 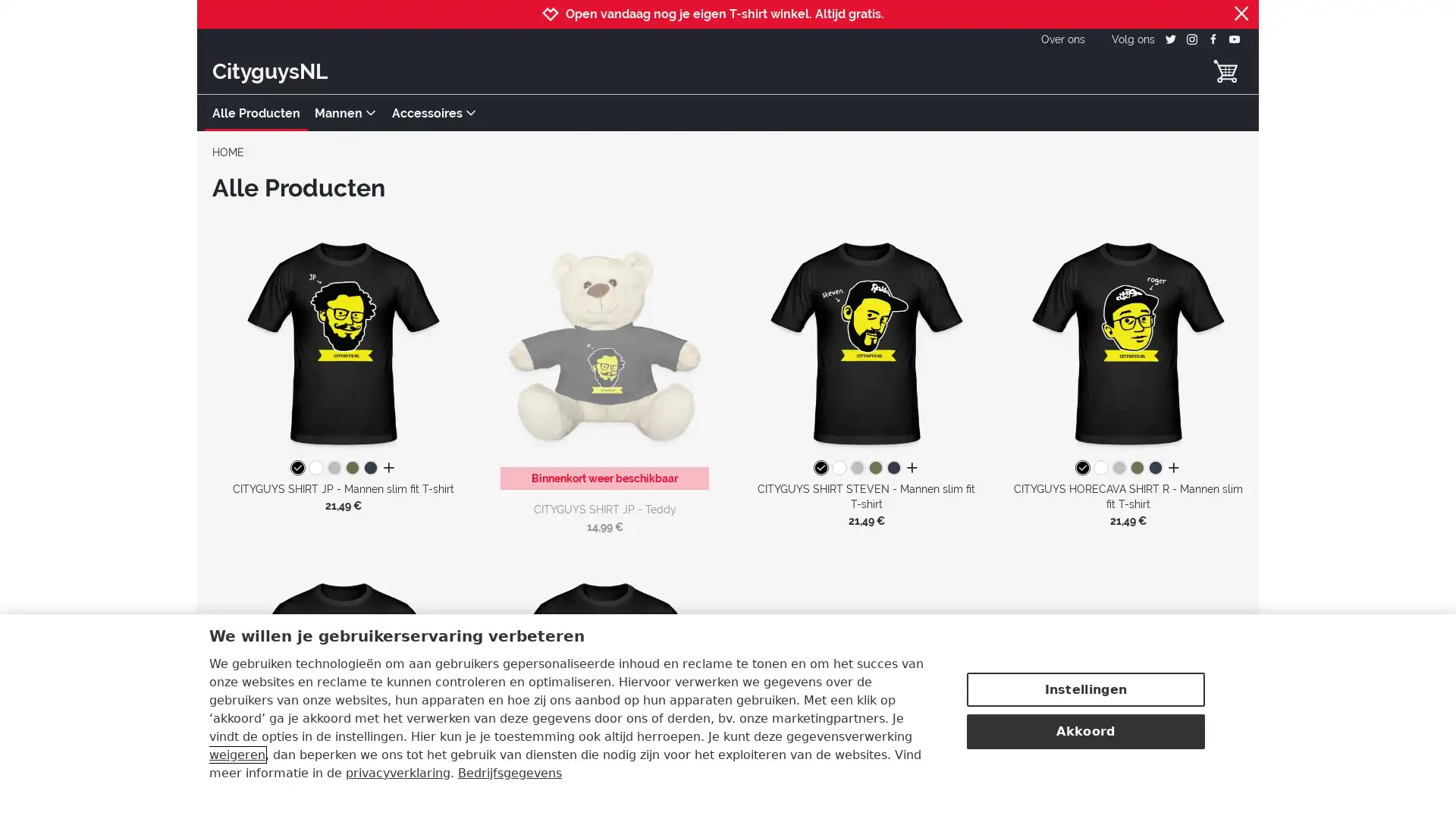 I want to click on kakigroen, so click(x=874, y=468).